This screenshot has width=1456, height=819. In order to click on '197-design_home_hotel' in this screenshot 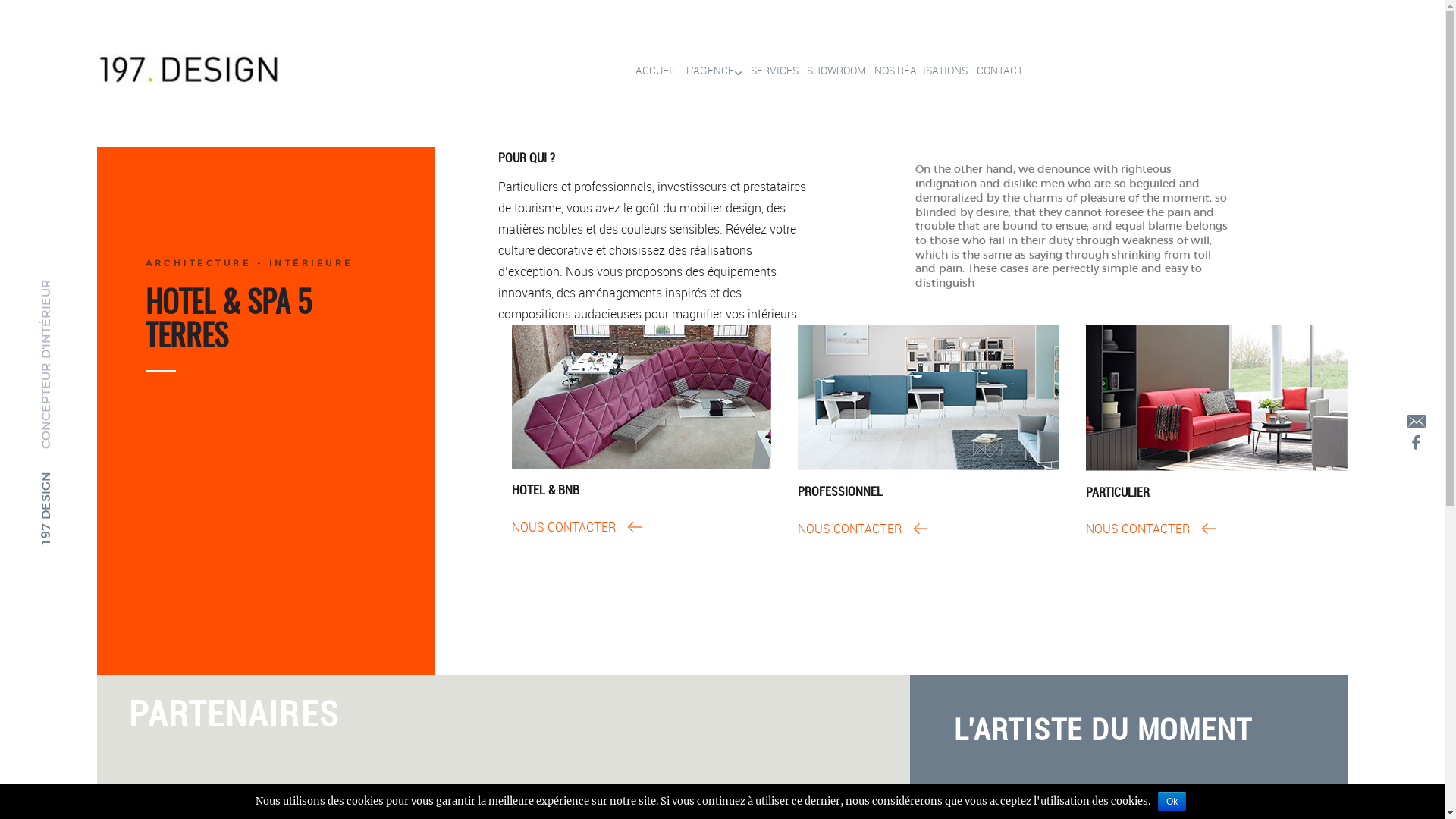, I will do `click(641, 396)`.